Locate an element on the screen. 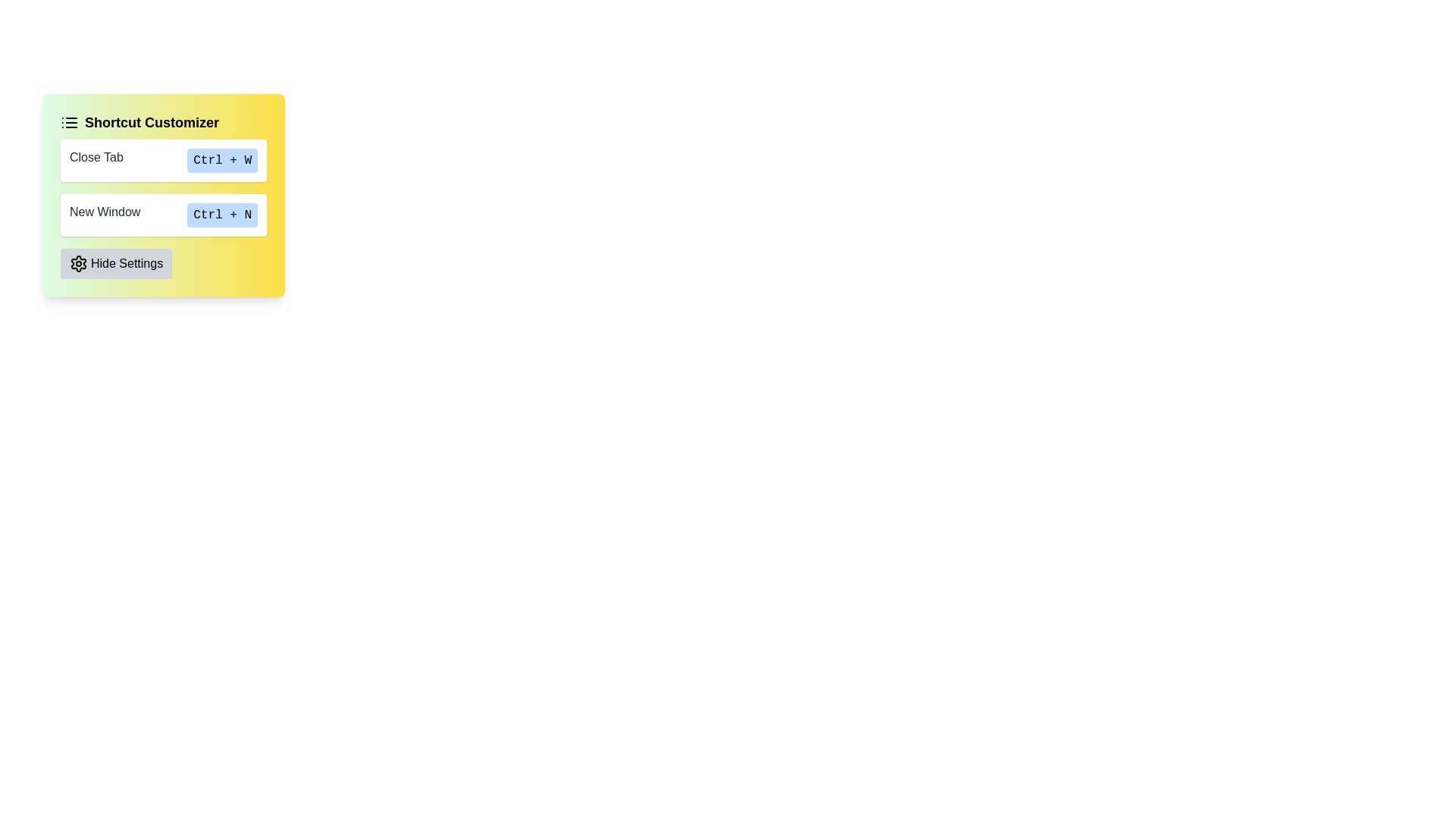  the surrounding elements of the Section containing a list of shortcut instructions located within the 'Shortcut Customizer' section, which is positioned below its title and an icon, and above the 'Hide Settings' button is located at coordinates (164, 187).